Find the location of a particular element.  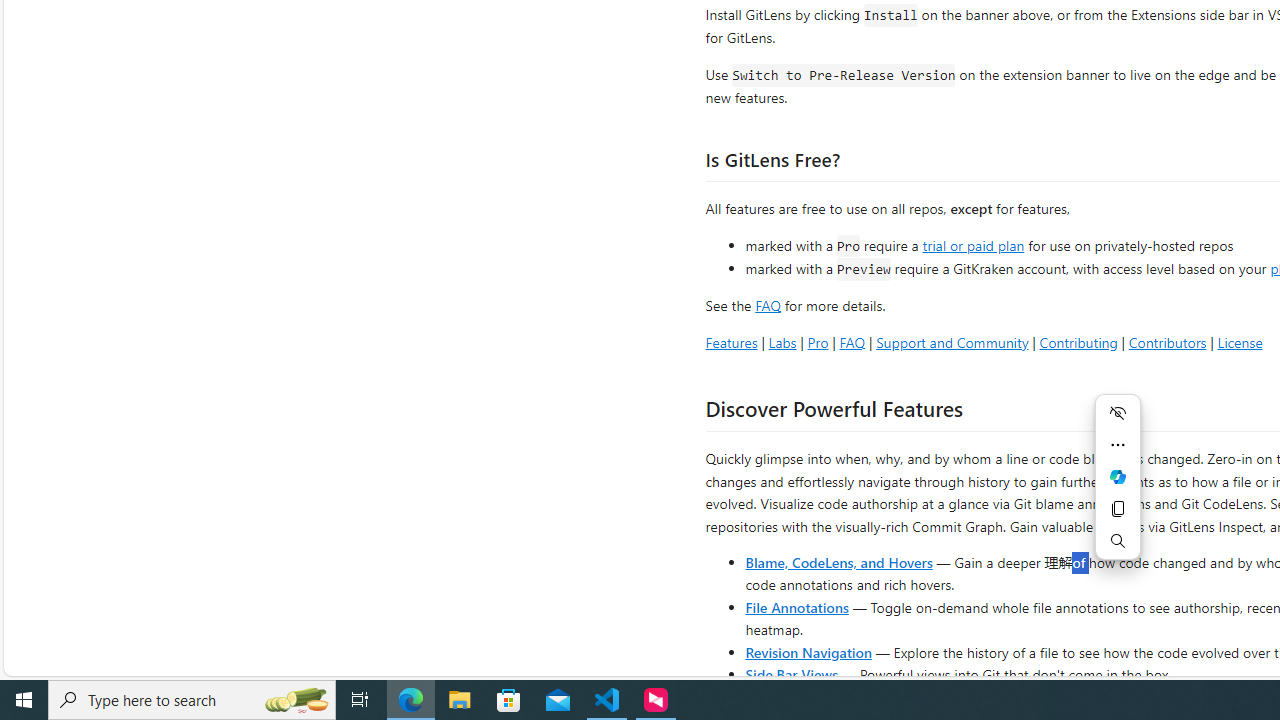

'Support and Community' is located at coordinates (951, 341).